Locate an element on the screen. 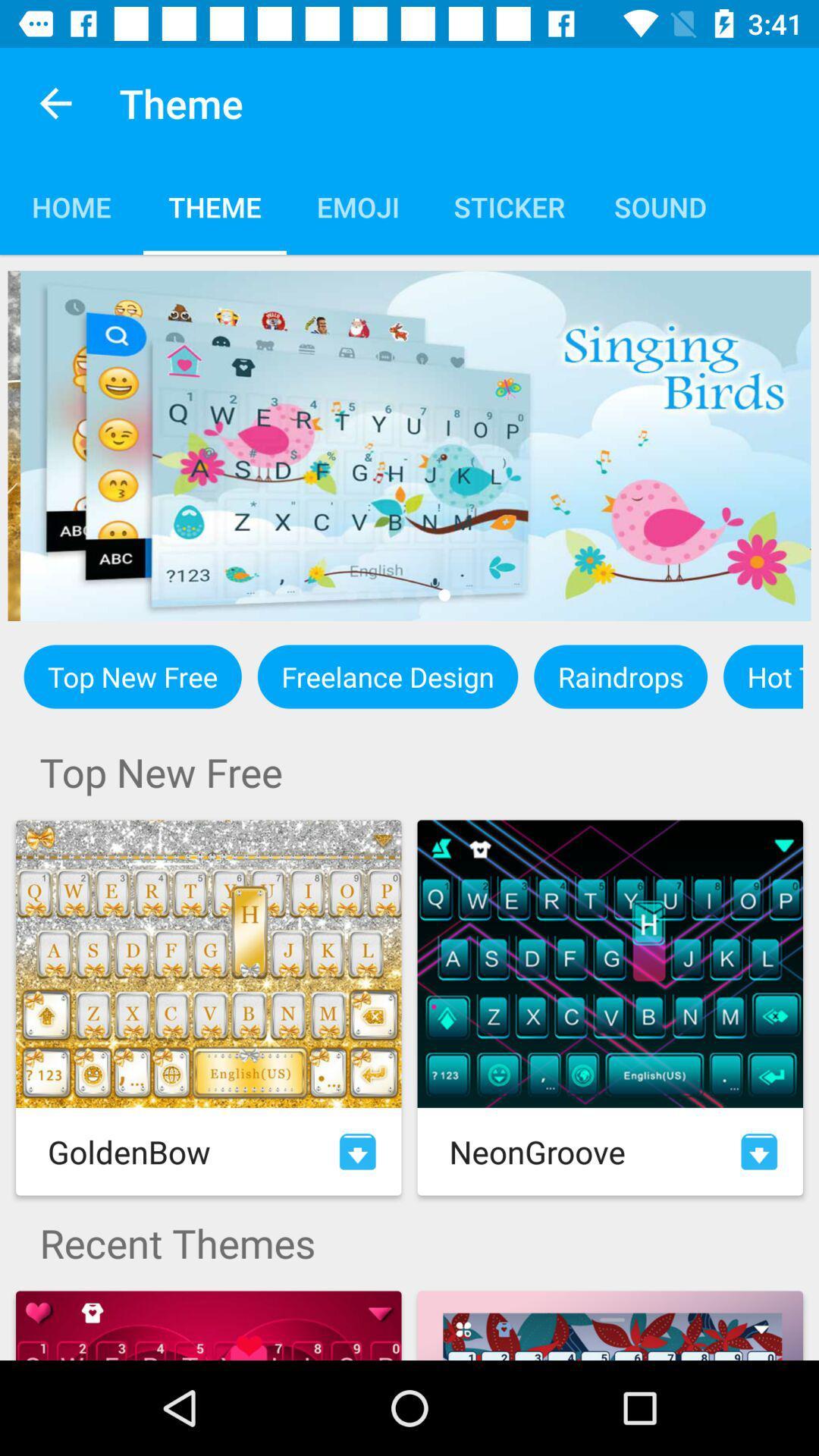 The image size is (819, 1456). the item to the left of raindrops is located at coordinates (387, 676).